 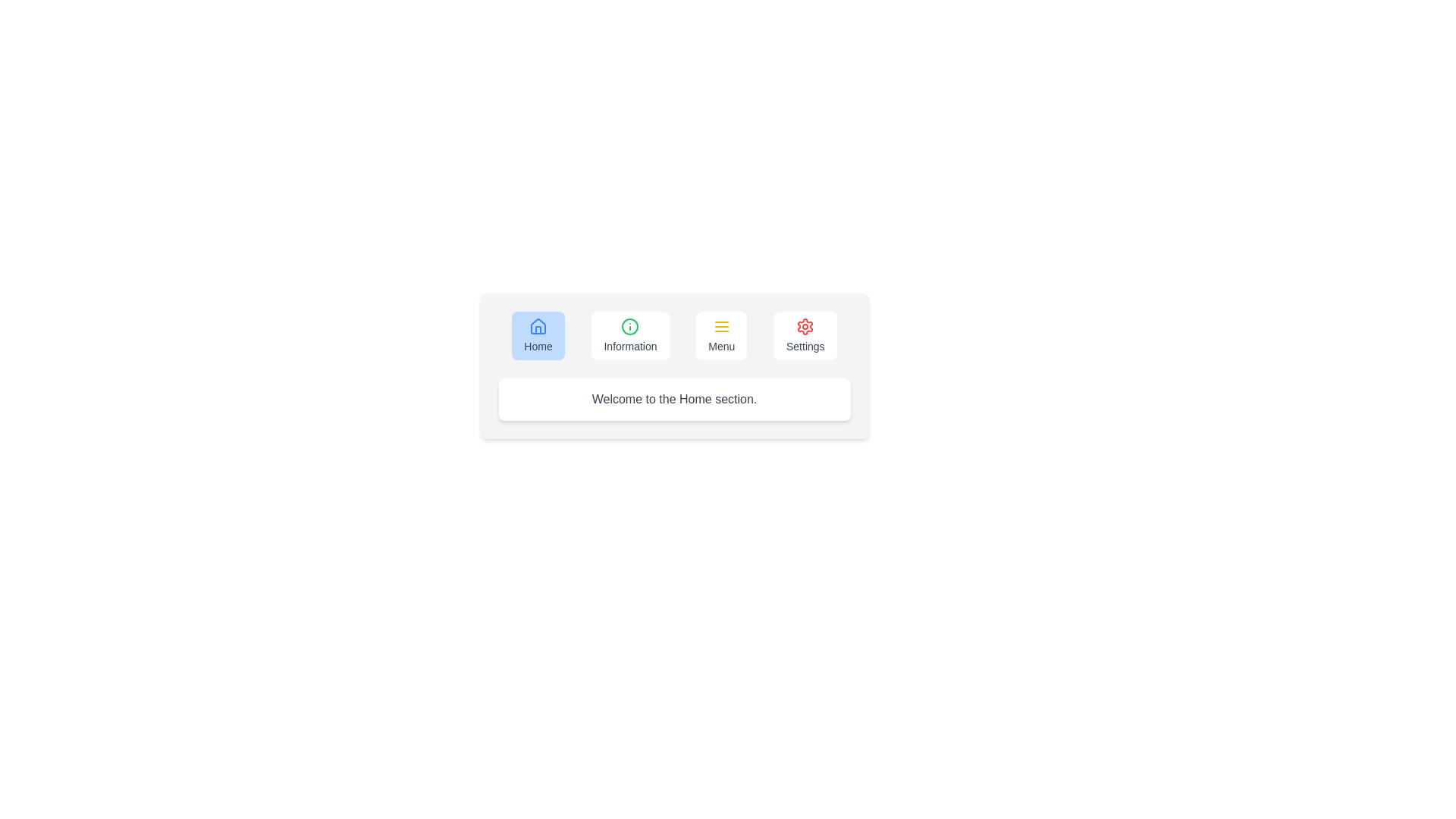 What do you see at coordinates (630, 346) in the screenshot?
I see `the 'Information' text label that is centrally positioned below a circular 'i' icon` at bounding box center [630, 346].